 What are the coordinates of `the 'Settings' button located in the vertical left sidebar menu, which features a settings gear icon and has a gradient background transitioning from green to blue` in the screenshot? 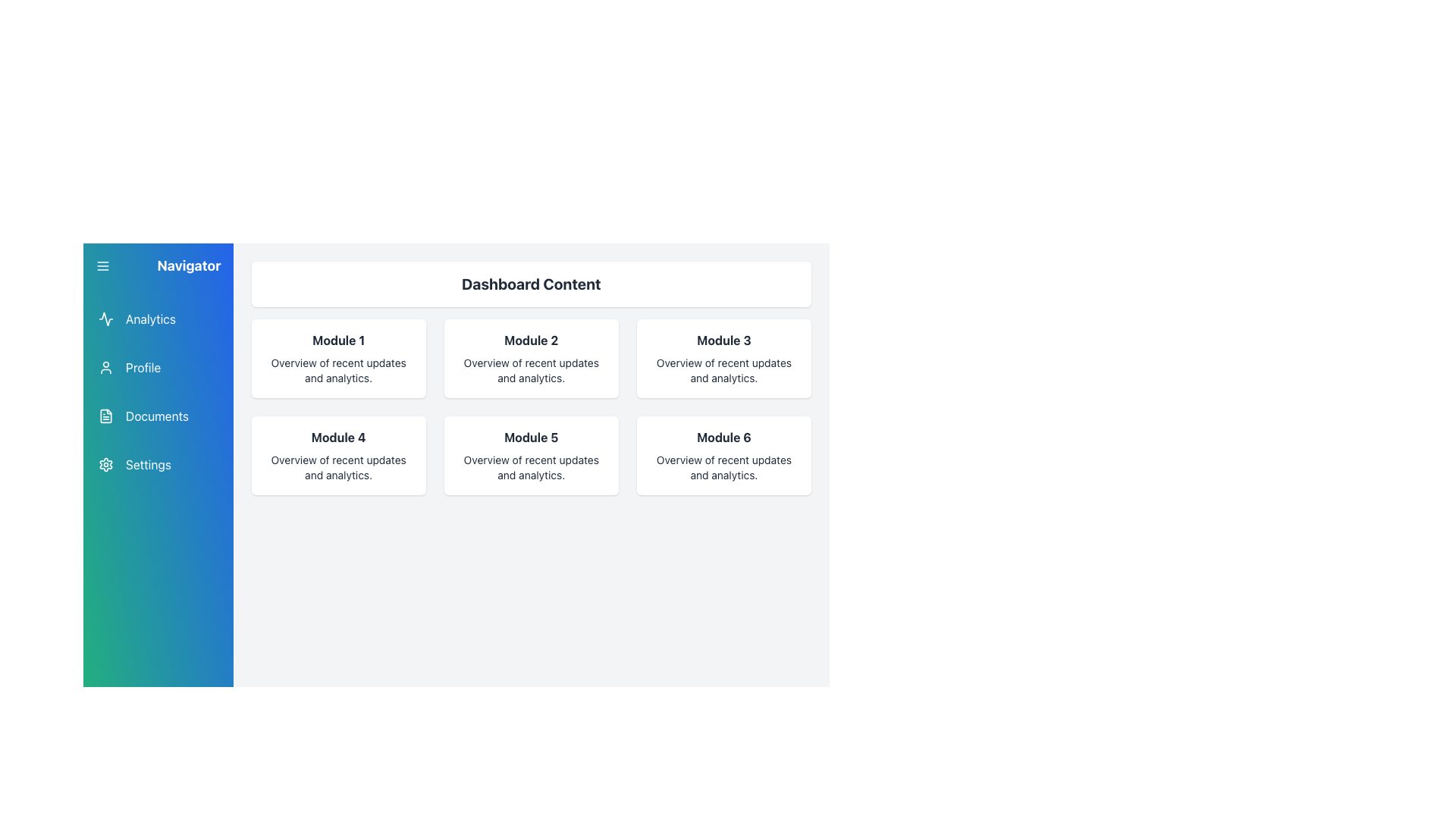 It's located at (158, 464).